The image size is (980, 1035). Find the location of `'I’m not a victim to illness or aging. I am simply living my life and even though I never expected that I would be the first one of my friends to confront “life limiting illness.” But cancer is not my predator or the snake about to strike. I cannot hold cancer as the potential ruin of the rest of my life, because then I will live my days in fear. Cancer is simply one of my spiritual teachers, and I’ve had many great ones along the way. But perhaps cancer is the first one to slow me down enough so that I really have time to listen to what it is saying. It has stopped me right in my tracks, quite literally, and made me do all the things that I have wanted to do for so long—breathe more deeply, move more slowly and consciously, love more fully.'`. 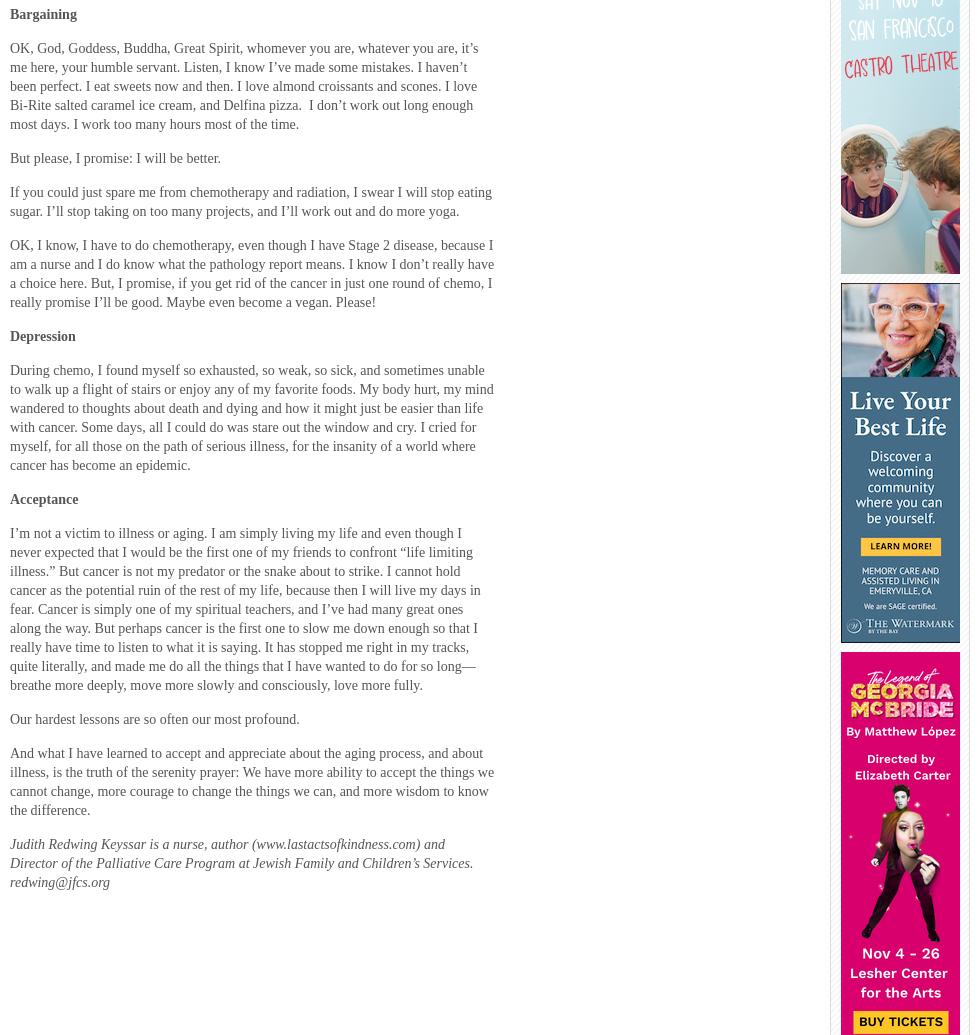

'I’m not a victim to illness or aging. I am simply living my life and even though I never expected that I would be the first one of my friends to confront “life limiting illness.” But cancer is not my predator or the snake about to strike. I cannot hold cancer as the potential ruin of the rest of my life, because then I will live my days in fear. Cancer is simply one of my spiritual teachers, and I’ve had many great ones along the way. But perhaps cancer is the first one to slow me down enough so that I really have time to listen to what it is saying. It has stopped me right in my tracks, quite literally, and made me do all the things that I have wanted to do for so long—breathe more deeply, move more slowly and consciously, love more fully.' is located at coordinates (9, 607).